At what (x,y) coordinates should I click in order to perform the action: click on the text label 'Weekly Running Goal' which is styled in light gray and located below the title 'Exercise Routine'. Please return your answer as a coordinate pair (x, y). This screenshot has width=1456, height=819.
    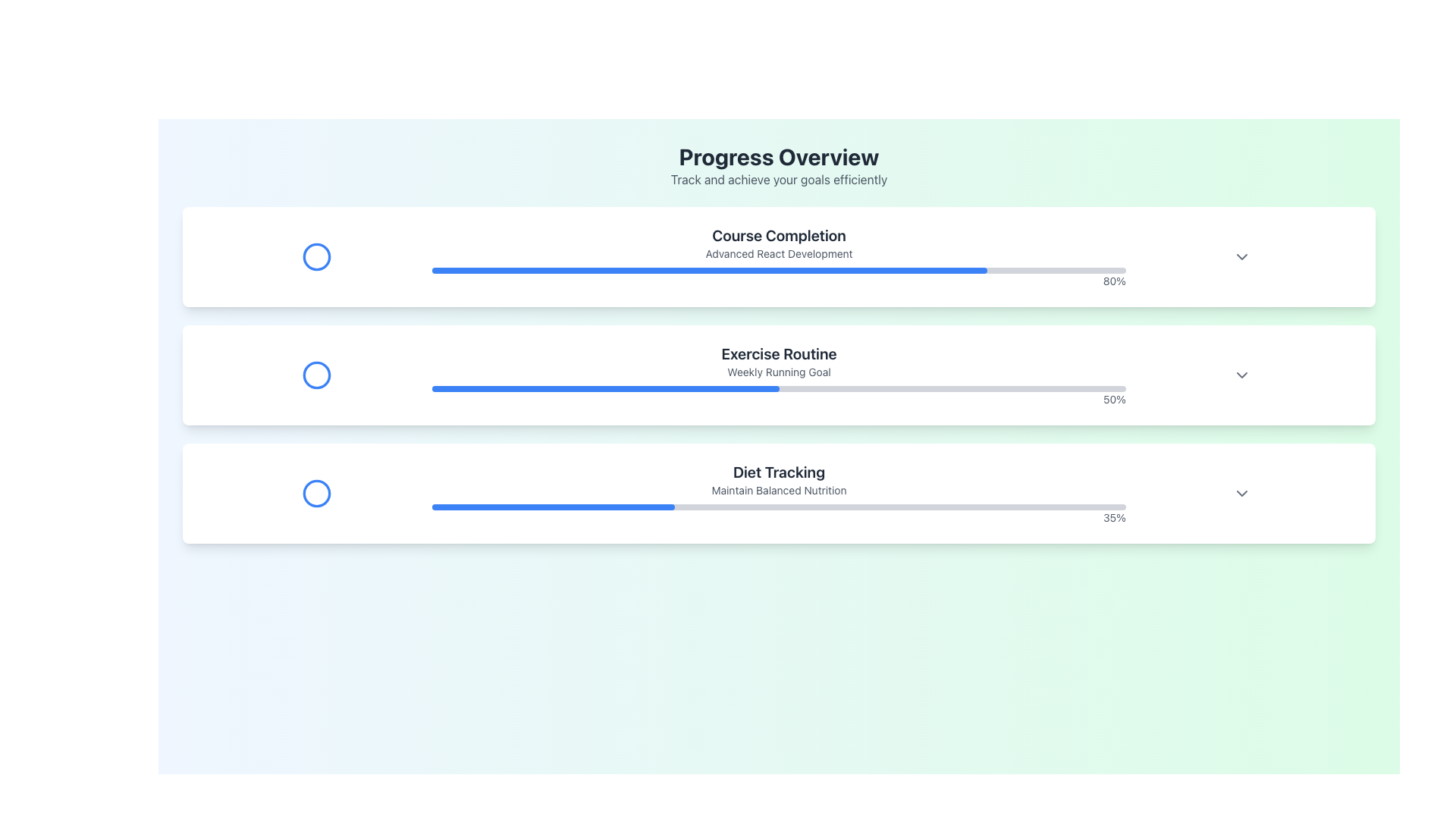
    Looking at the image, I should click on (779, 372).